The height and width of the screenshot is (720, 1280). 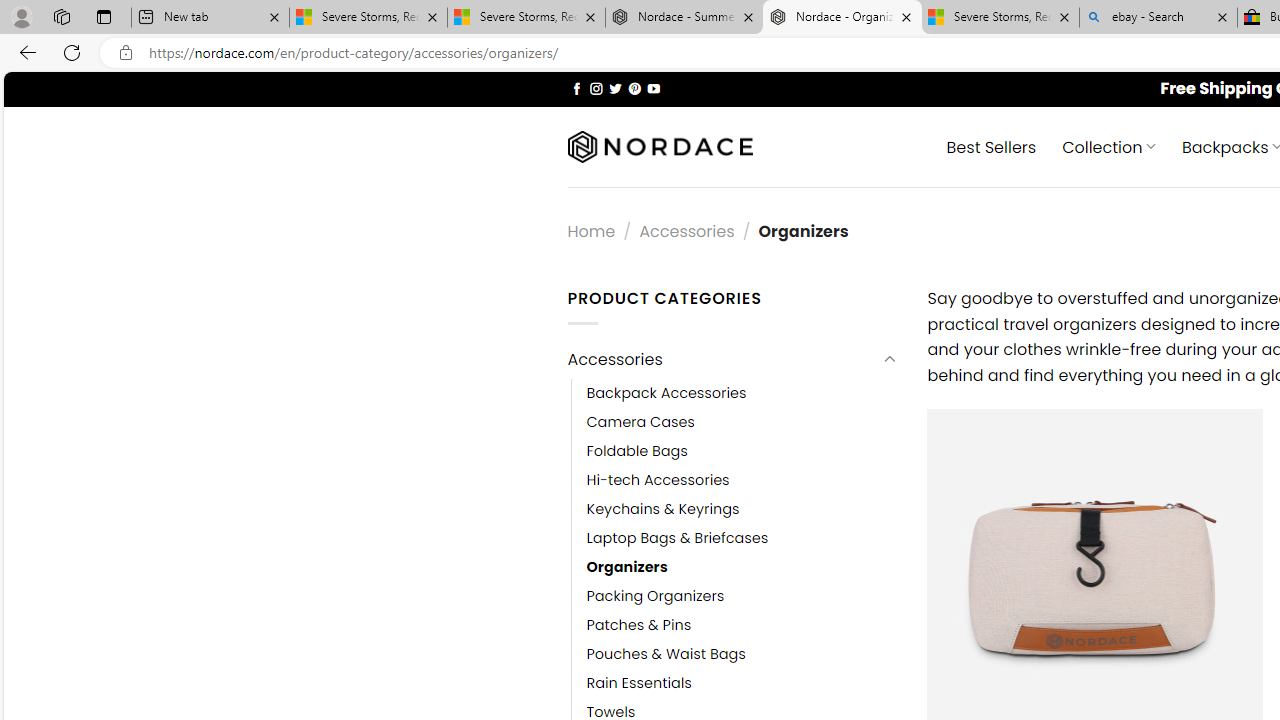 I want to click on 'Nordace - Organizers', so click(x=842, y=17).